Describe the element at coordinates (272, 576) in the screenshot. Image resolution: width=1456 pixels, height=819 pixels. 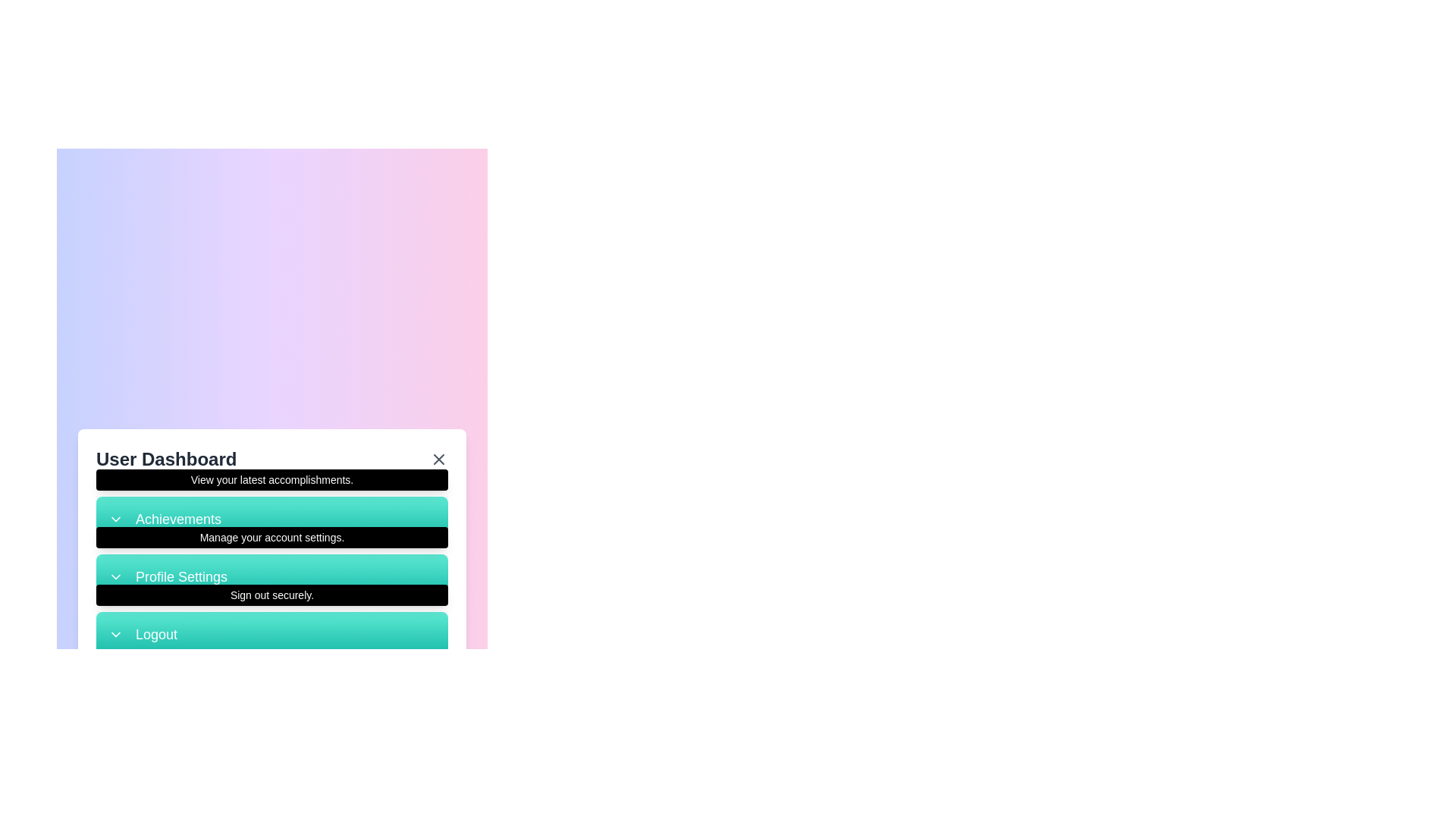
I see `the second option in the stacked list within the 'User Dashboard' panel` at that location.